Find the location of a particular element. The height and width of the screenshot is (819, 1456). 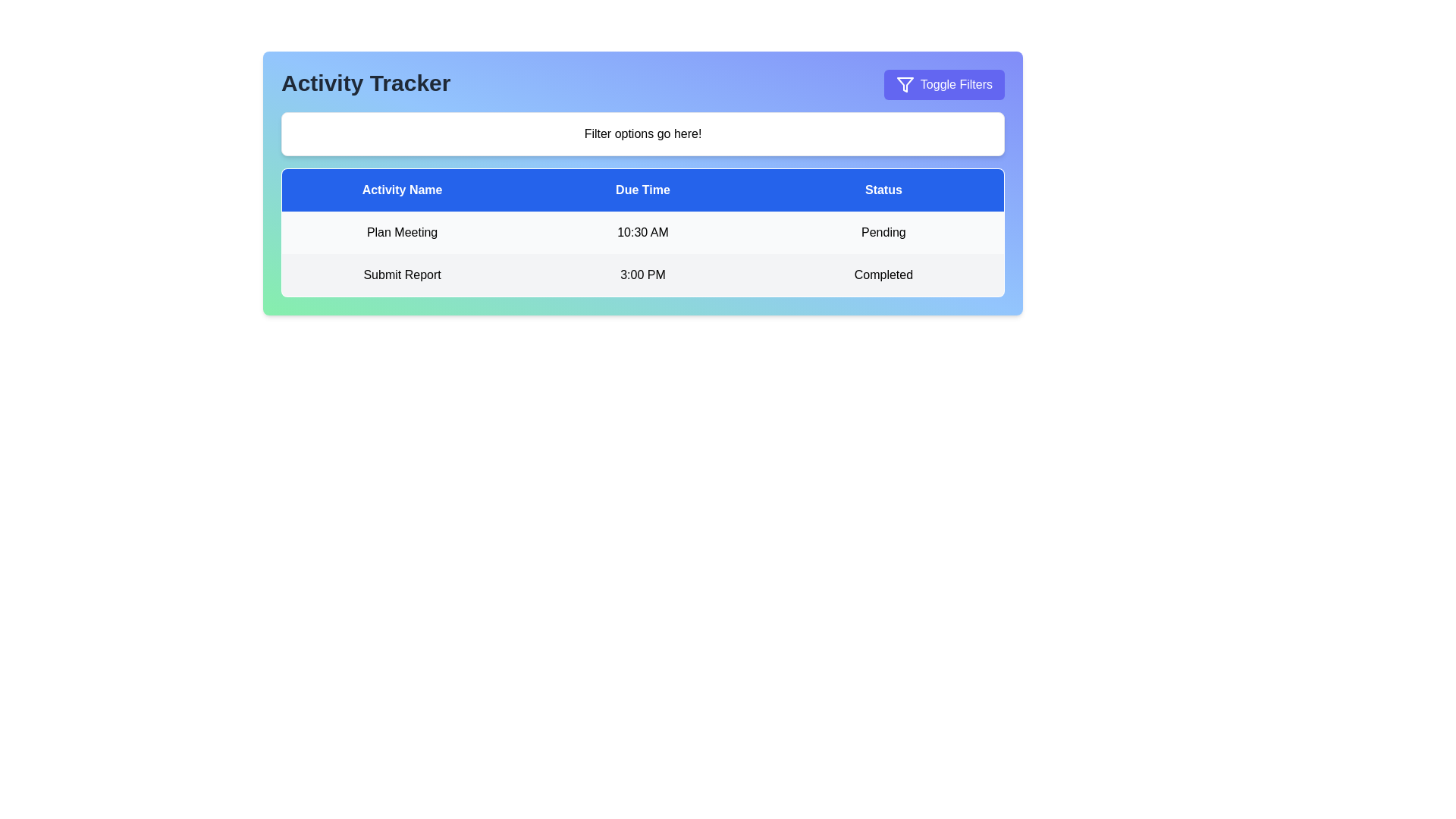

the Table Header Row with a blue background and white text that contains 'Activity Name', 'Due Time', and 'Status', positioned at the top of the table is located at coordinates (643, 189).